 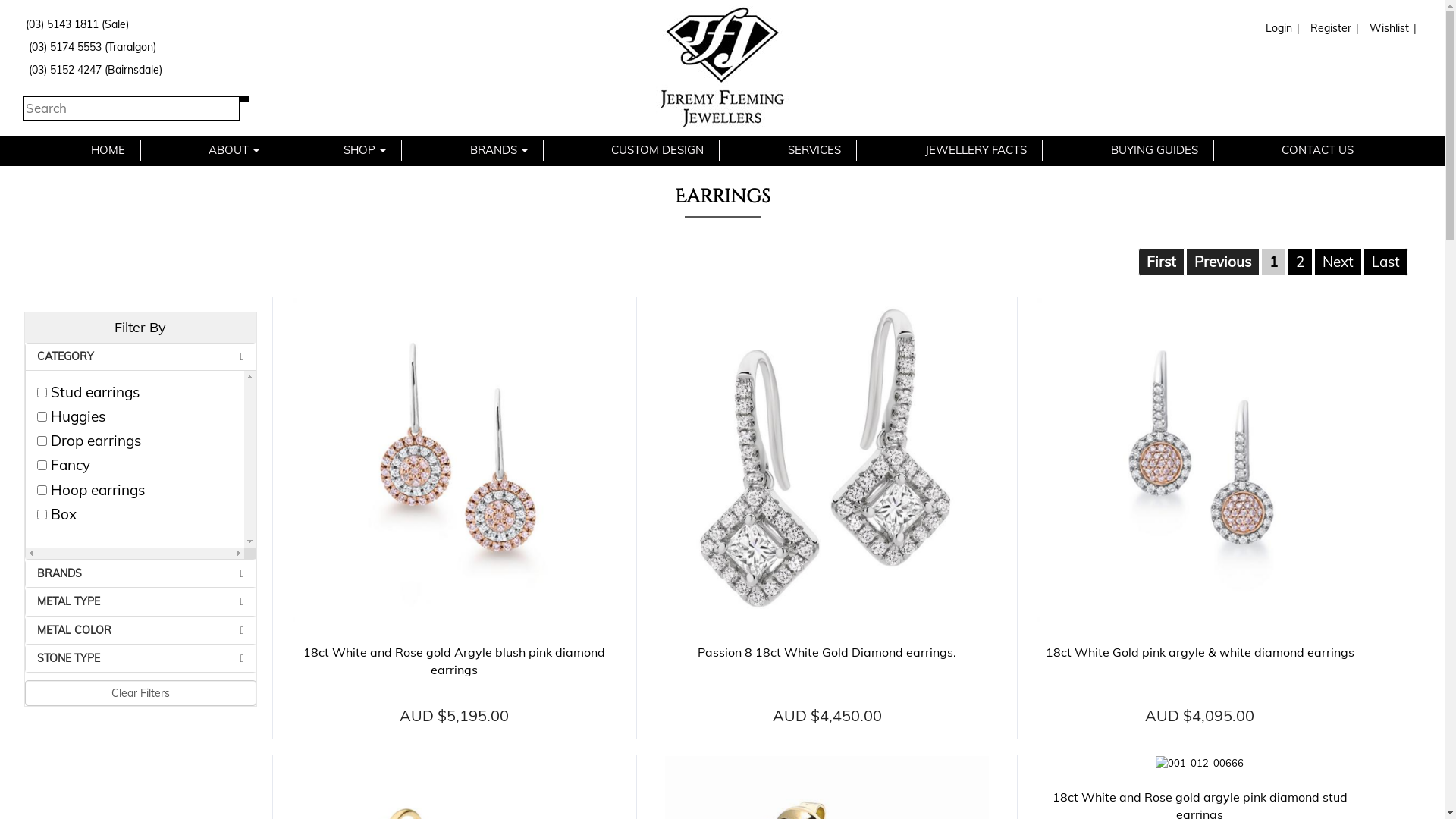 I want to click on 'Previous', so click(x=1222, y=260).